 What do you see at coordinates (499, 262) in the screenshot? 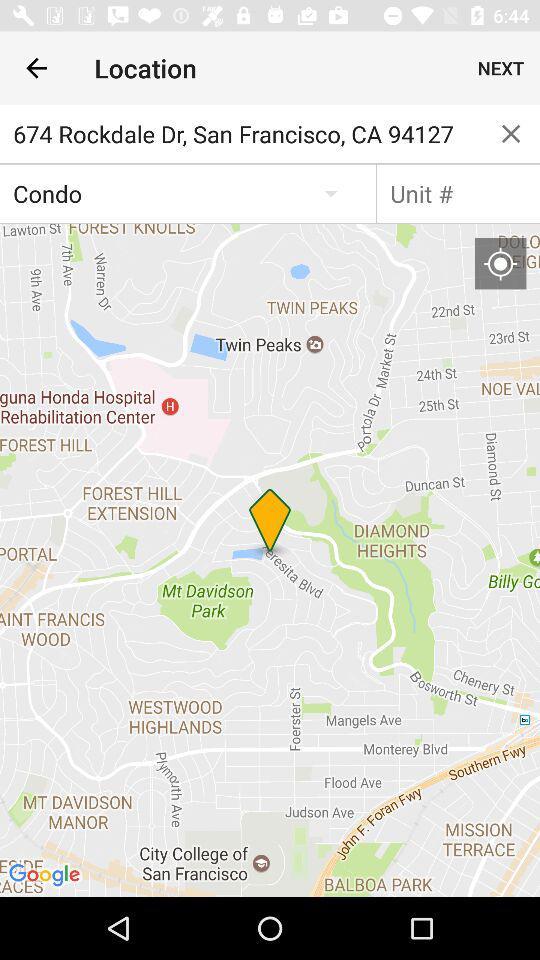
I see `center the map` at bounding box center [499, 262].